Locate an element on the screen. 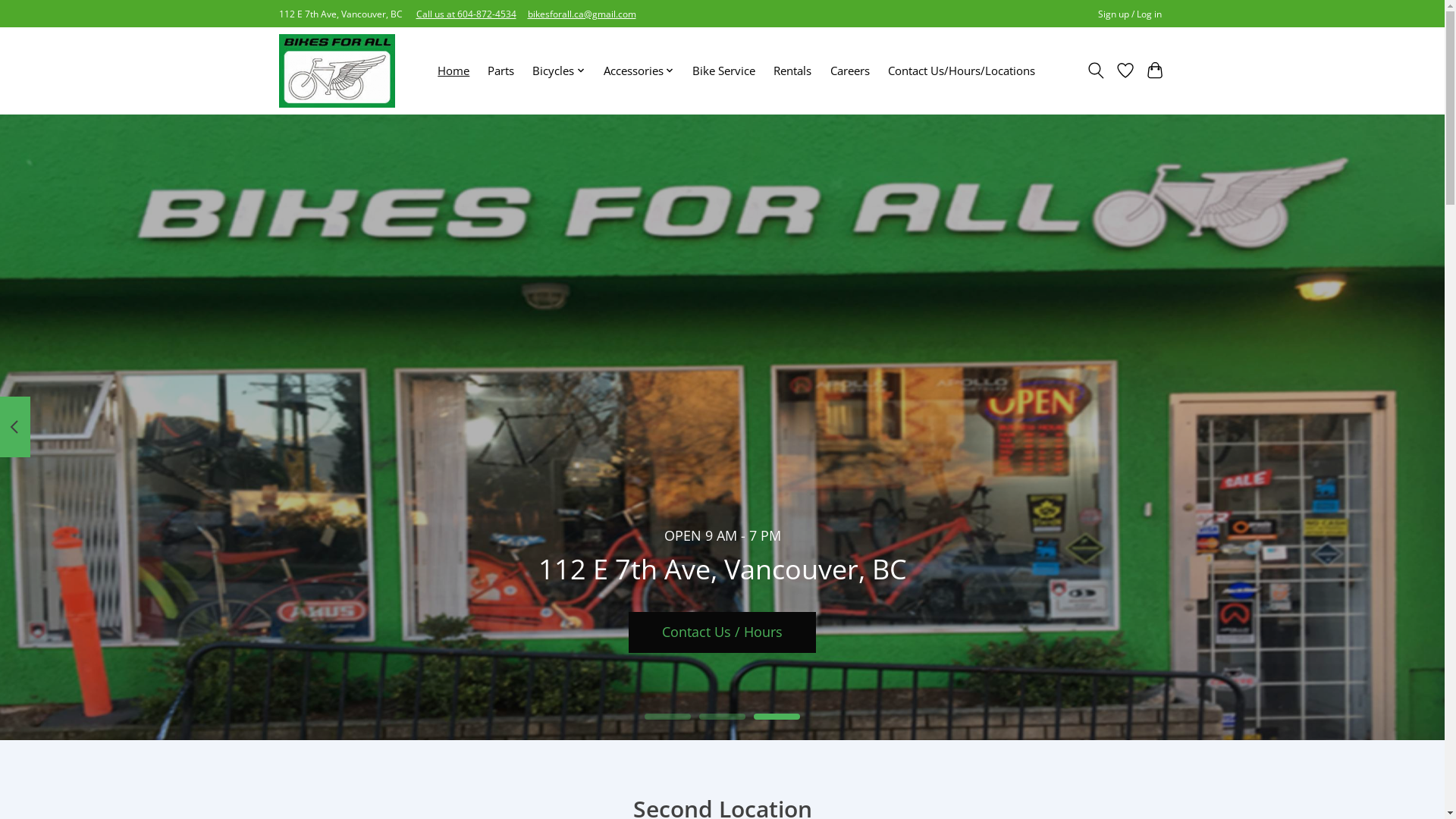 The width and height of the screenshot is (1456, 819). 'Parts' is located at coordinates (481, 71).